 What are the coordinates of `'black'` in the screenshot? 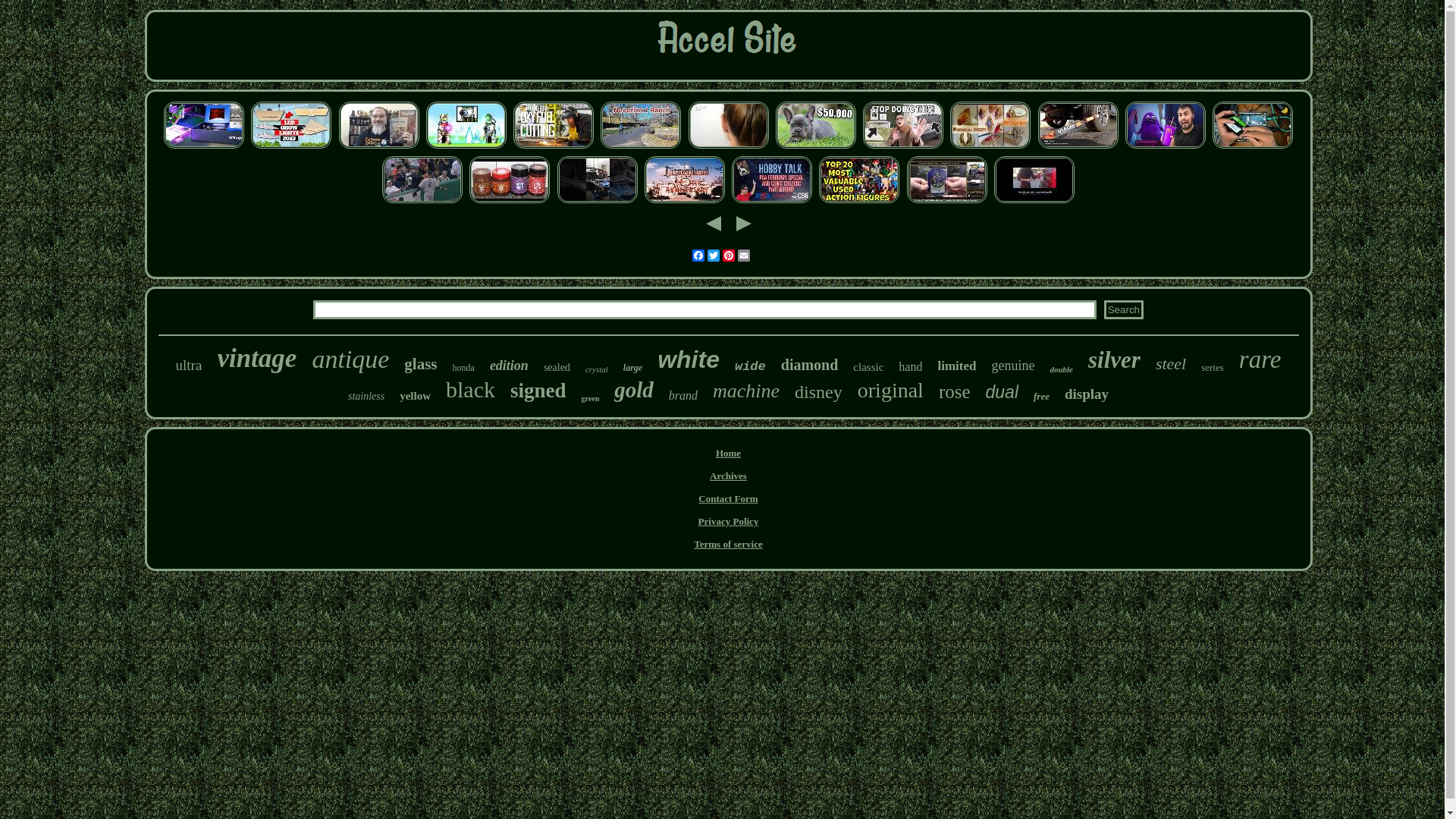 It's located at (445, 388).